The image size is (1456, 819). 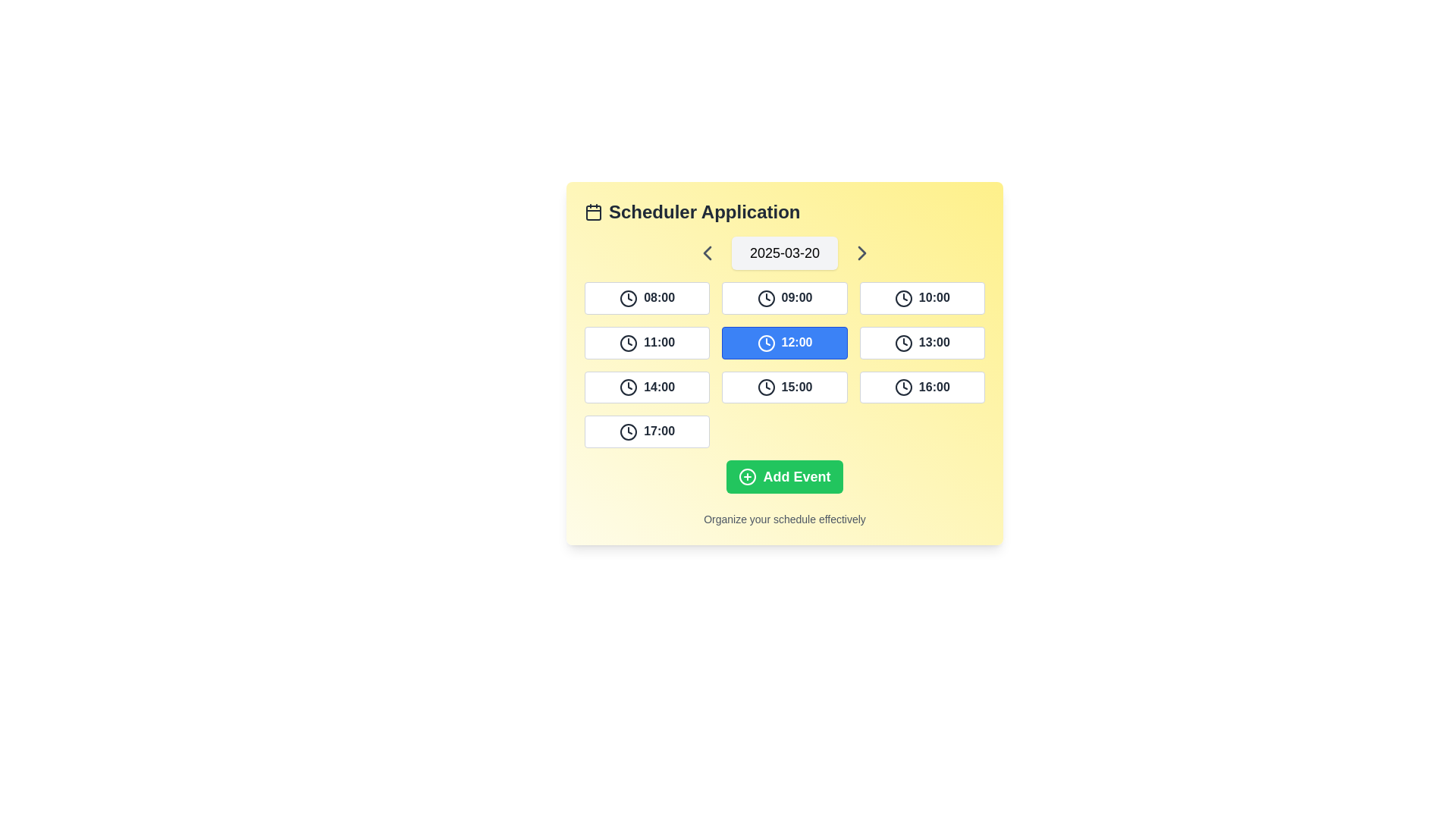 What do you see at coordinates (592, 213) in the screenshot?
I see `the Calendar icon element located in the title bar of the 'Scheduler Application' interface, which is a rounded rectangular shape with dimensions of 18x18 pixels` at bounding box center [592, 213].